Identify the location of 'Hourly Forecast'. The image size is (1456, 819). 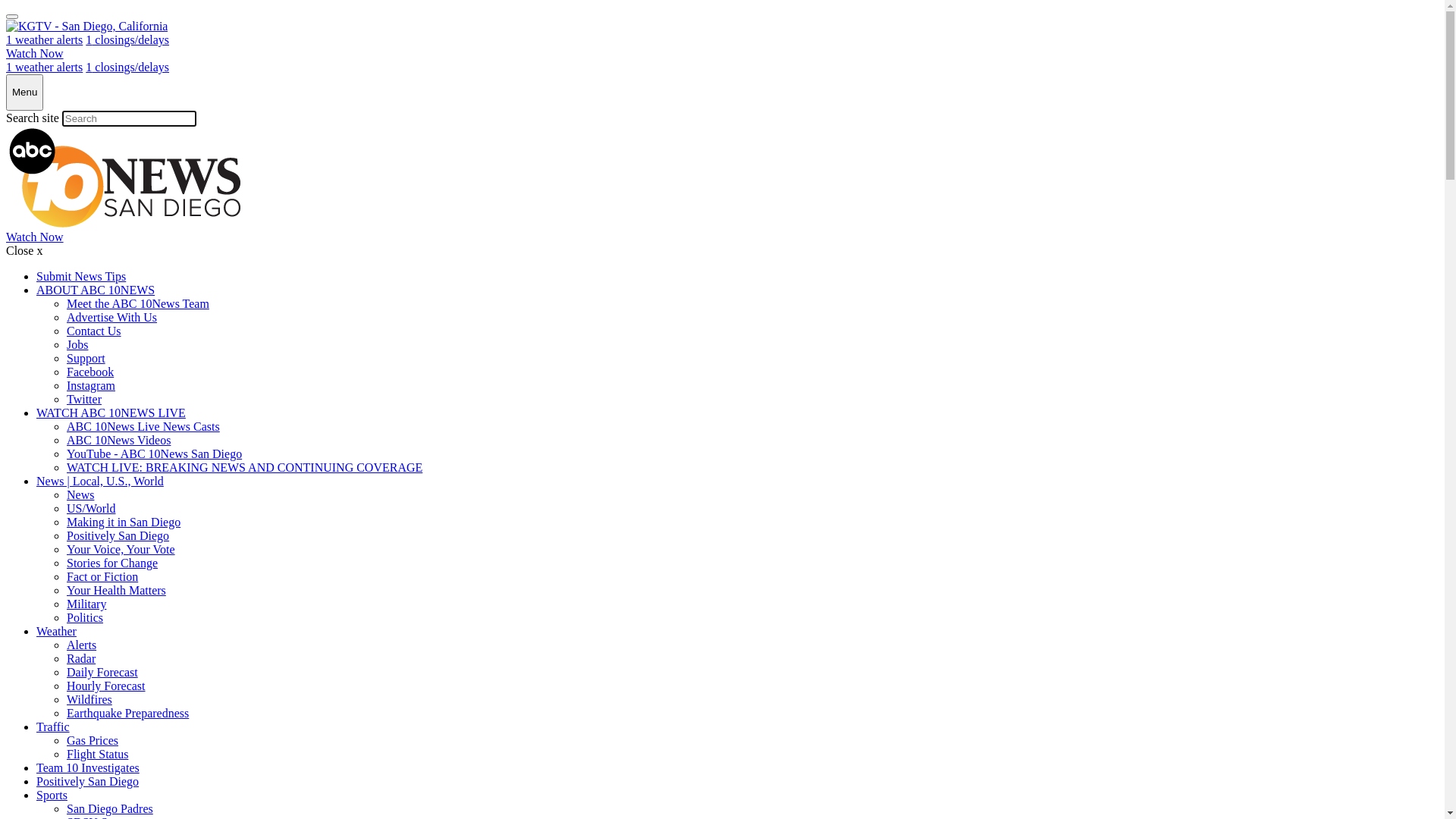
(105, 686).